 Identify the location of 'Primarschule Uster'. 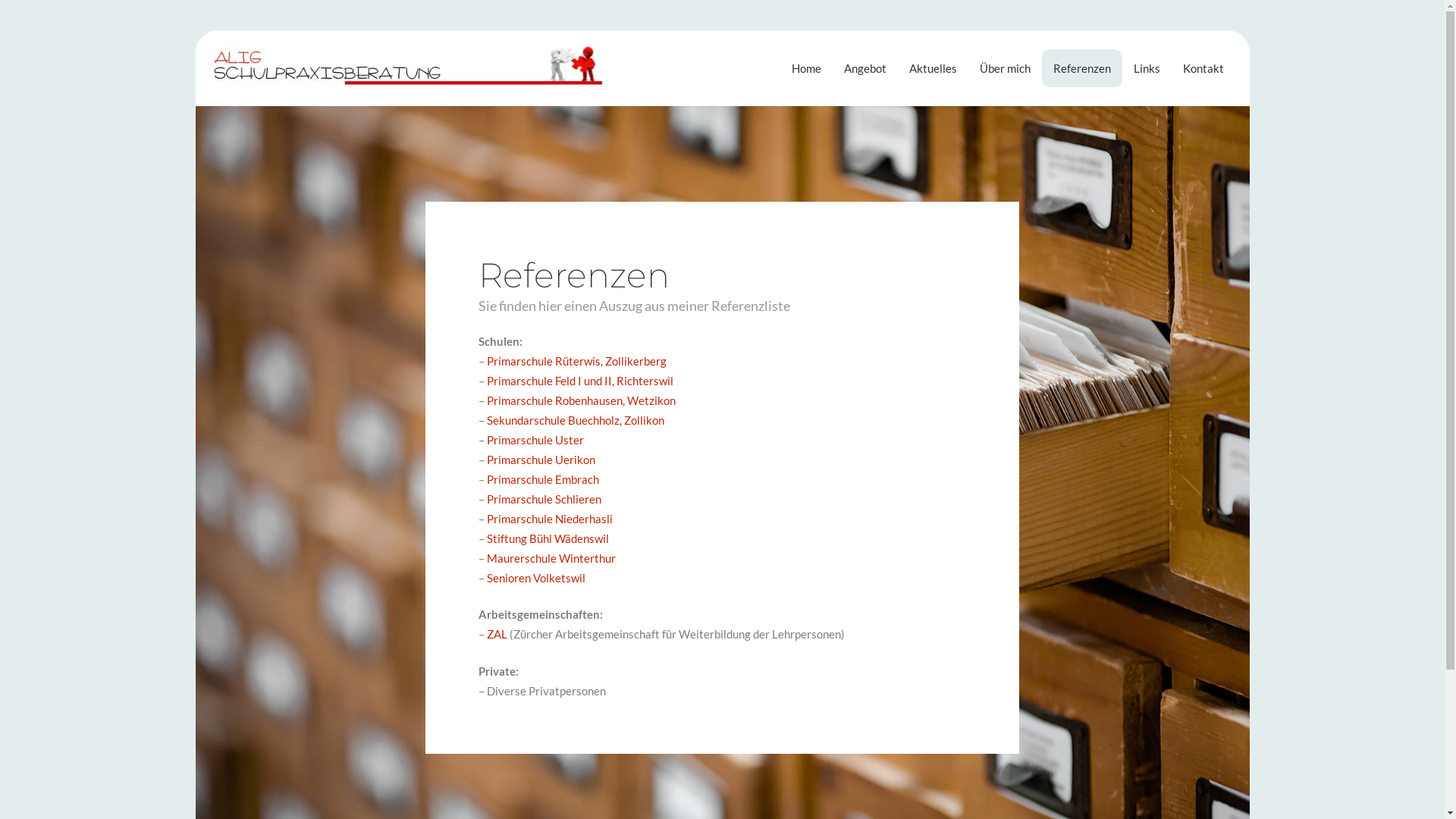
(535, 439).